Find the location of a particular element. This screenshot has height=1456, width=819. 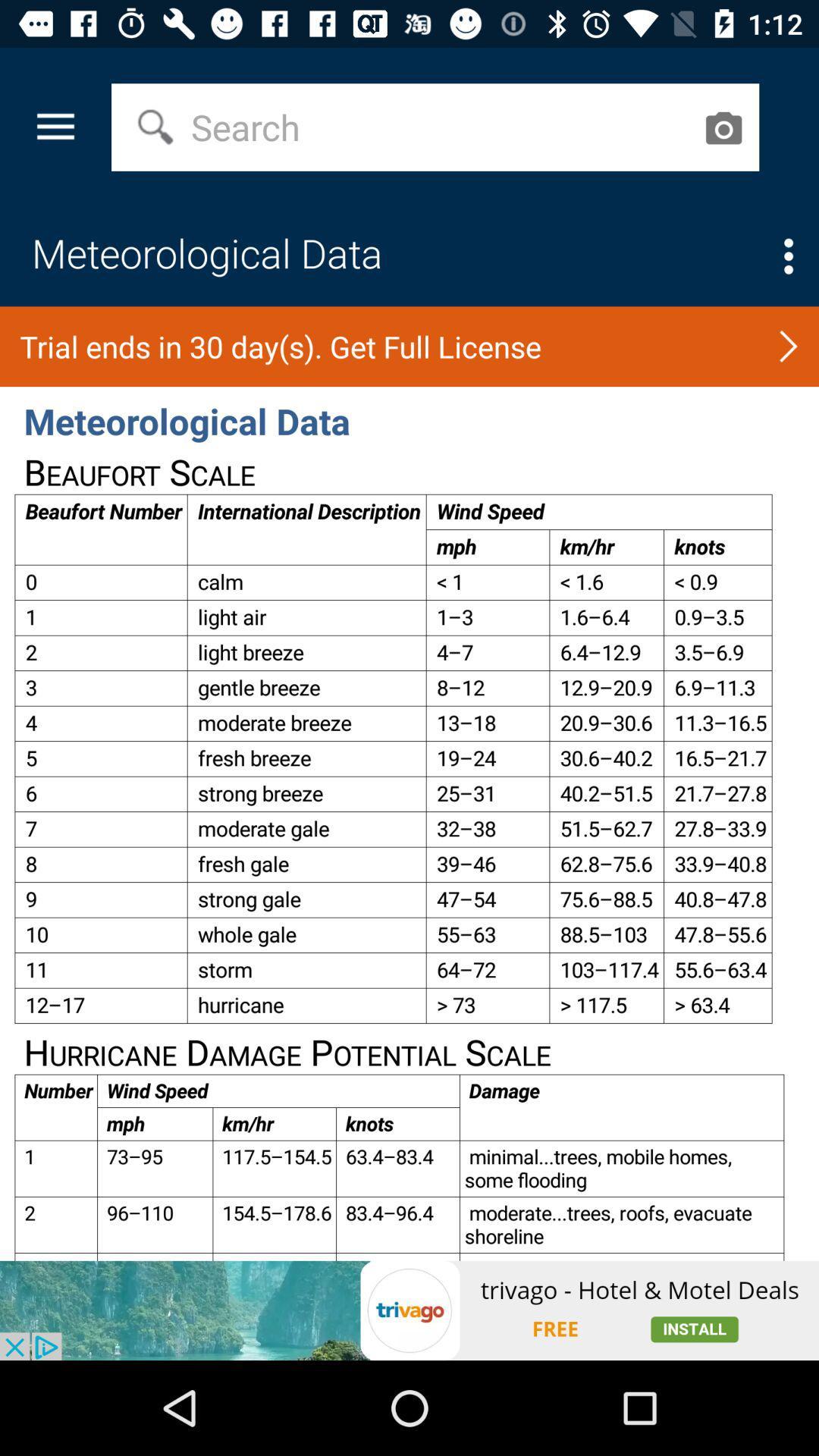

search with an image is located at coordinates (722, 127).